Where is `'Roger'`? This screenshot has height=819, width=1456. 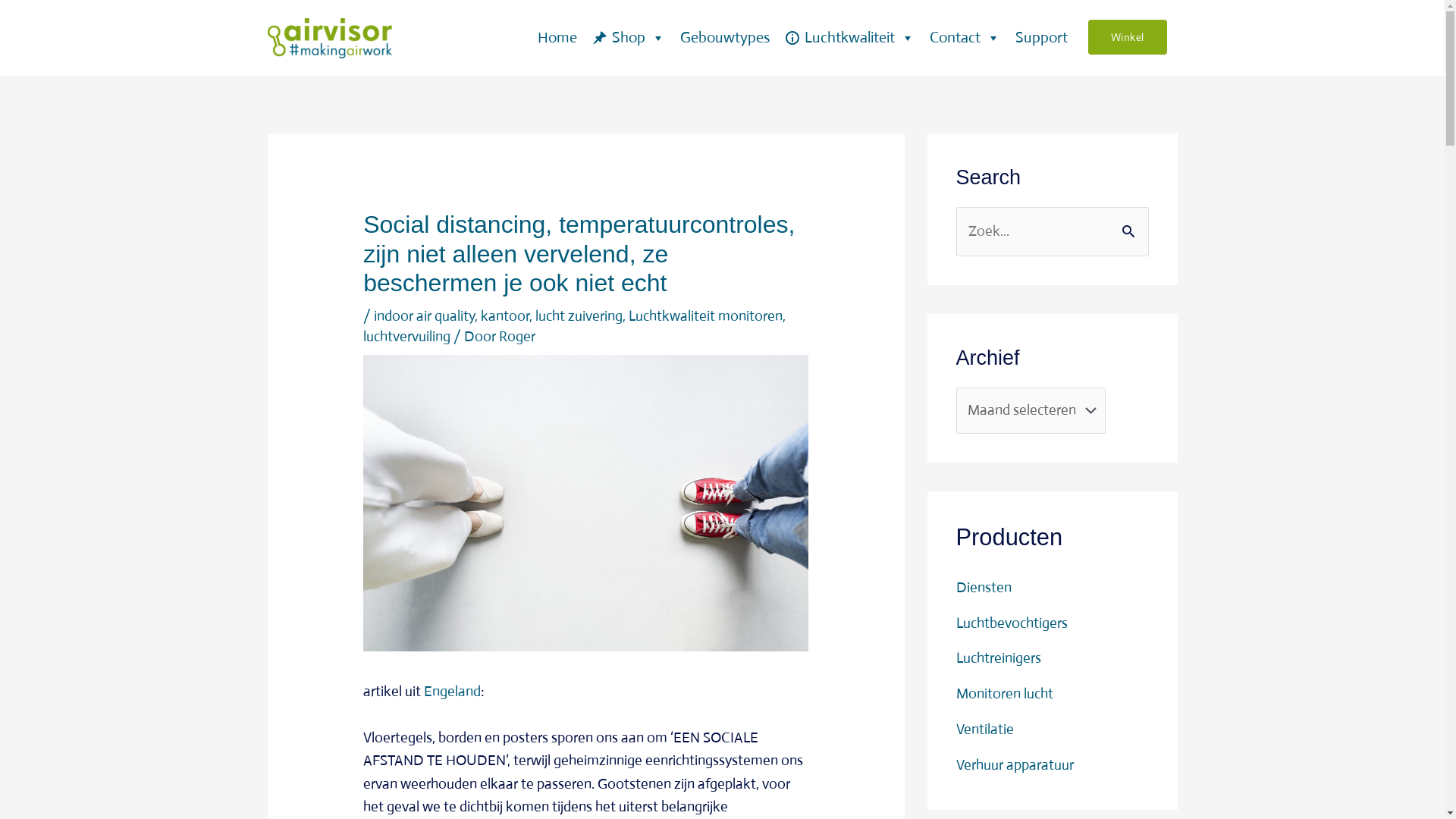 'Roger' is located at coordinates (516, 335).